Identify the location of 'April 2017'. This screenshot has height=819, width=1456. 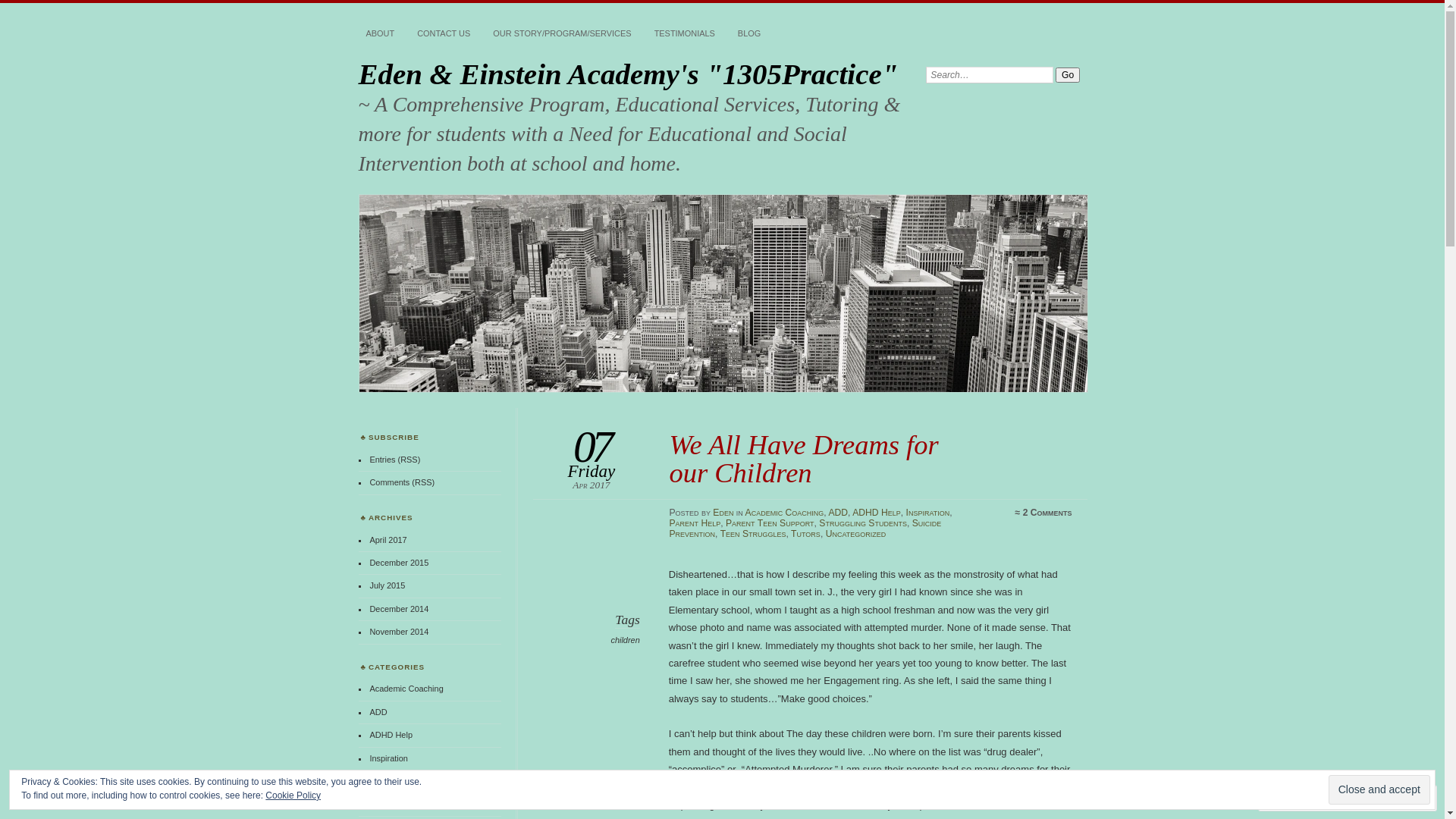
(388, 539).